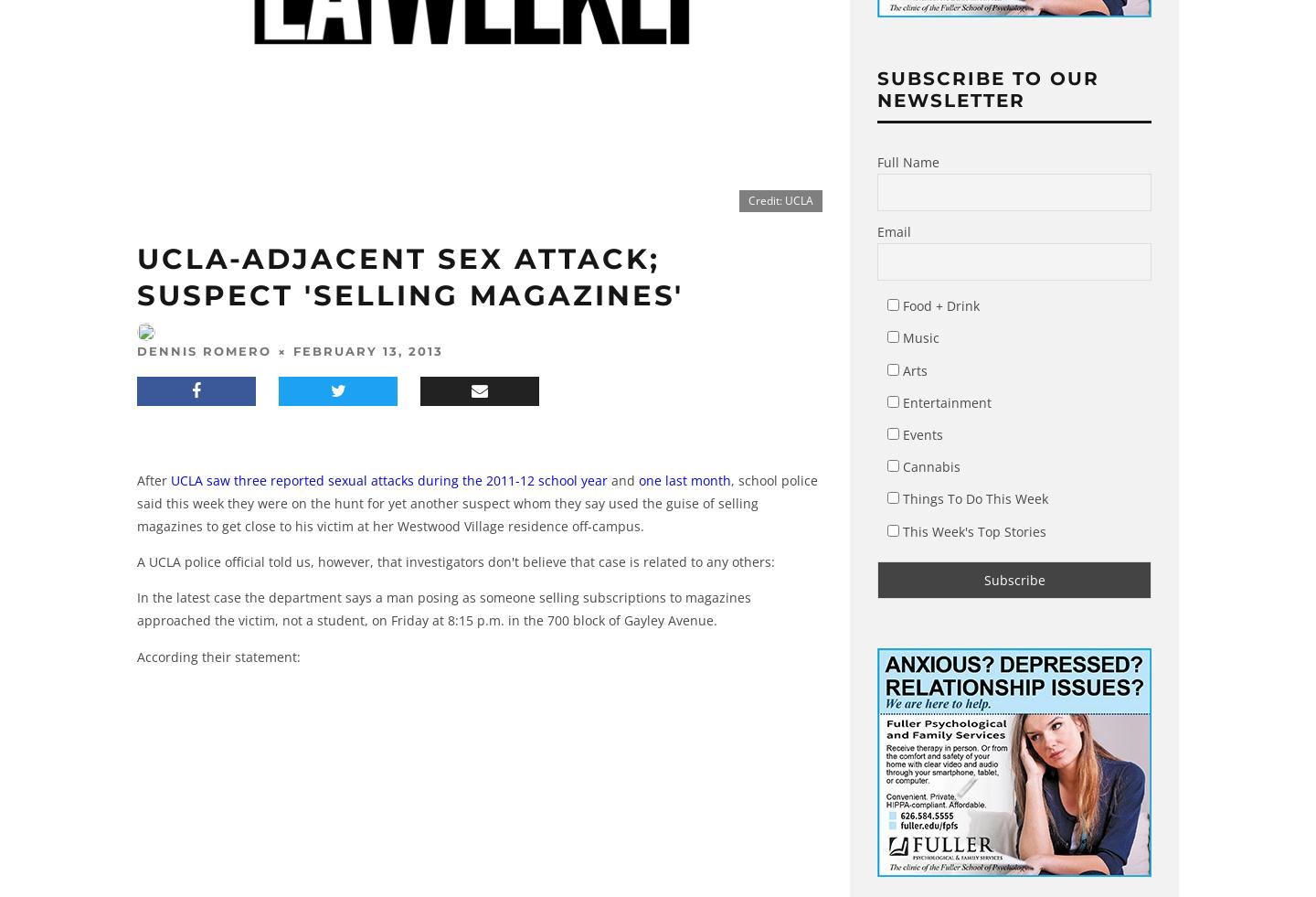  Describe the element at coordinates (388, 479) in the screenshot. I see `'UCLA saw three reported sexual attacks during the 2011-12 school year'` at that location.